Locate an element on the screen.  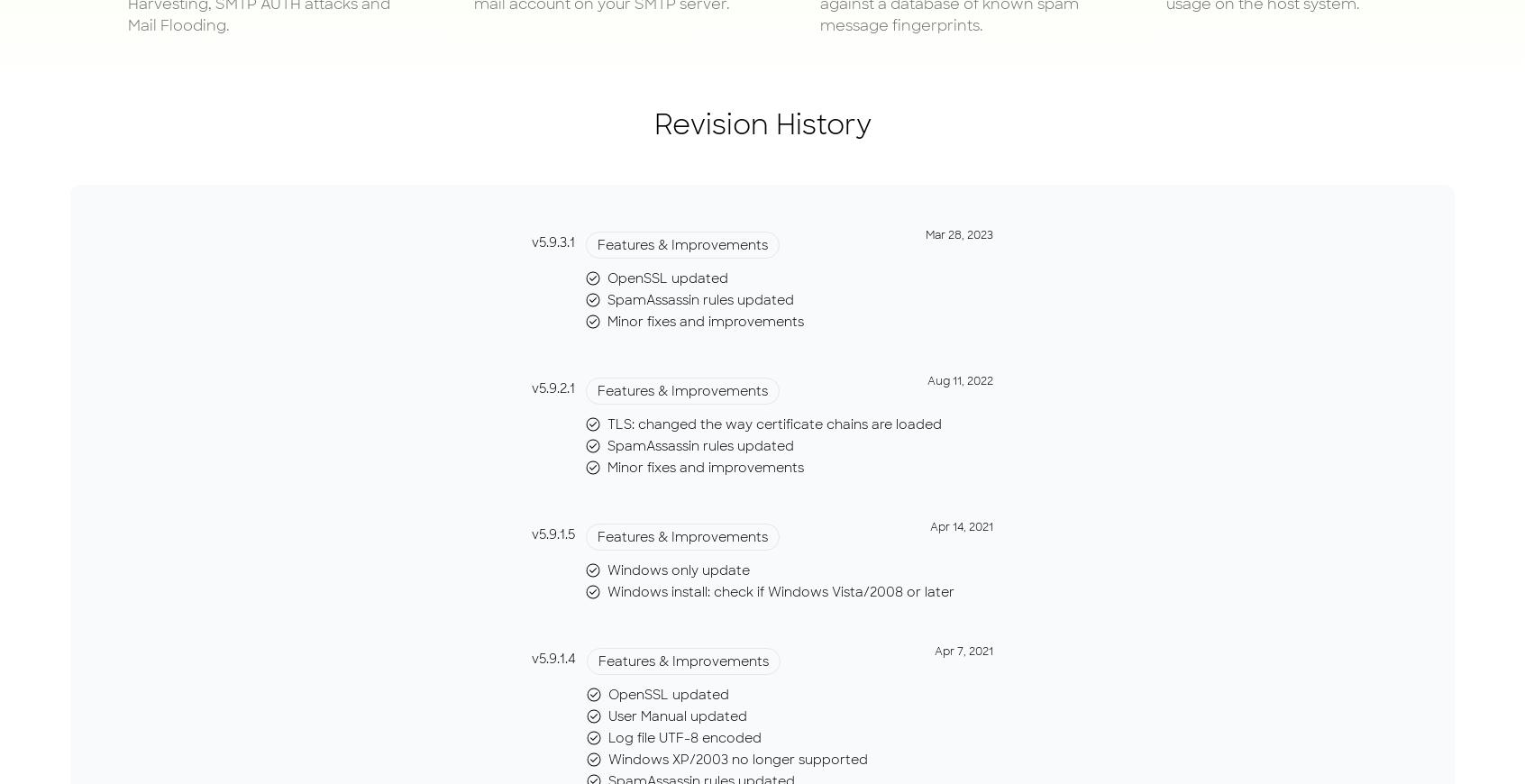
'Email Validator' is located at coordinates (813, 128).